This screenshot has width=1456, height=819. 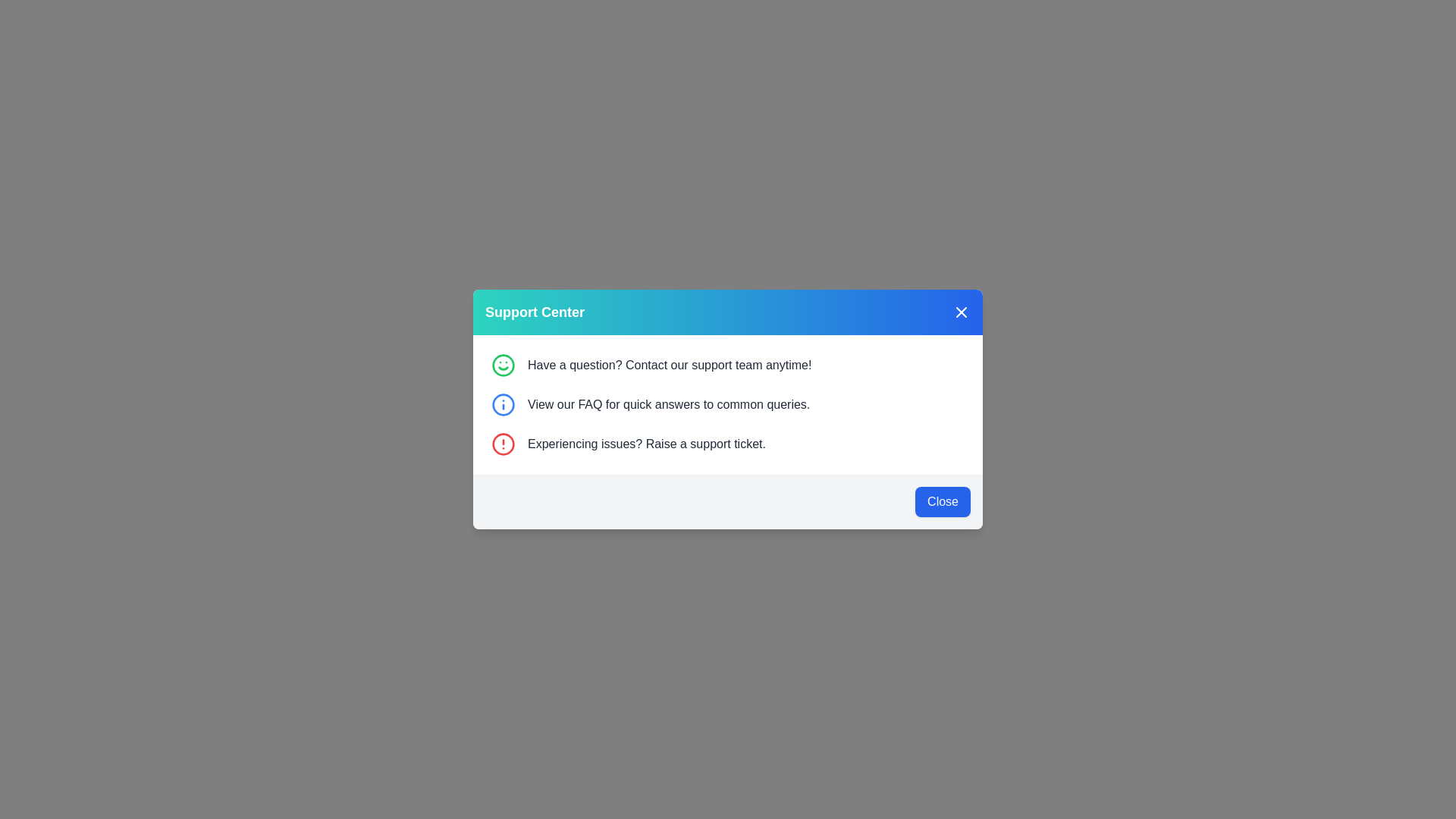 What do you see at coordinates (503, 403) in the screenshot?
I see `the SVG Circle that represents information in the second row of the modal interface` at bounding box center [503, 403].